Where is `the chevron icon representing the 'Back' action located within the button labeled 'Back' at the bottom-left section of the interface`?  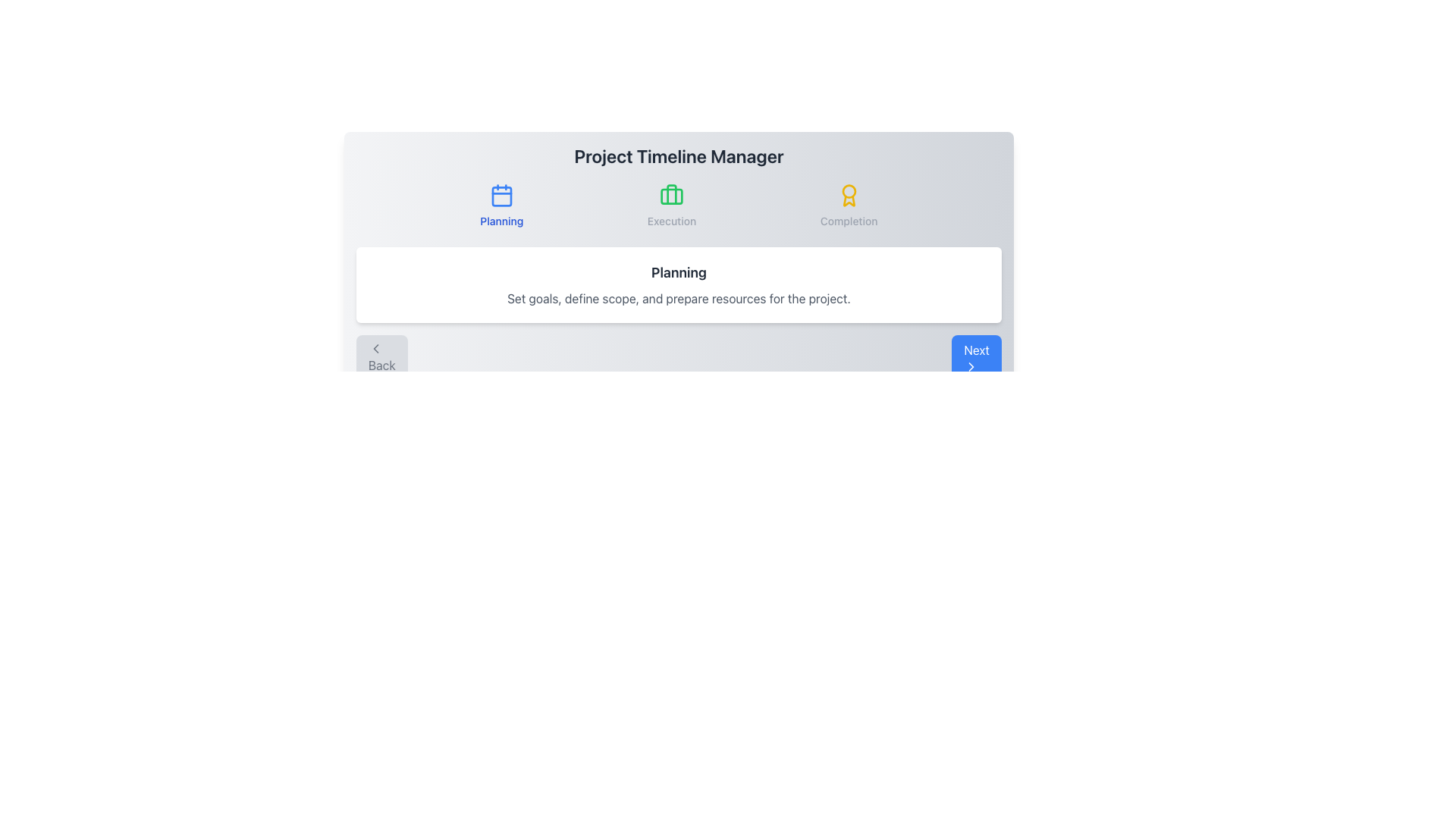 the chevron icon representing the 'Back' action located within the button labeled 'Back' at the bottom-left section of the interface is located at coordinates (375, 348).